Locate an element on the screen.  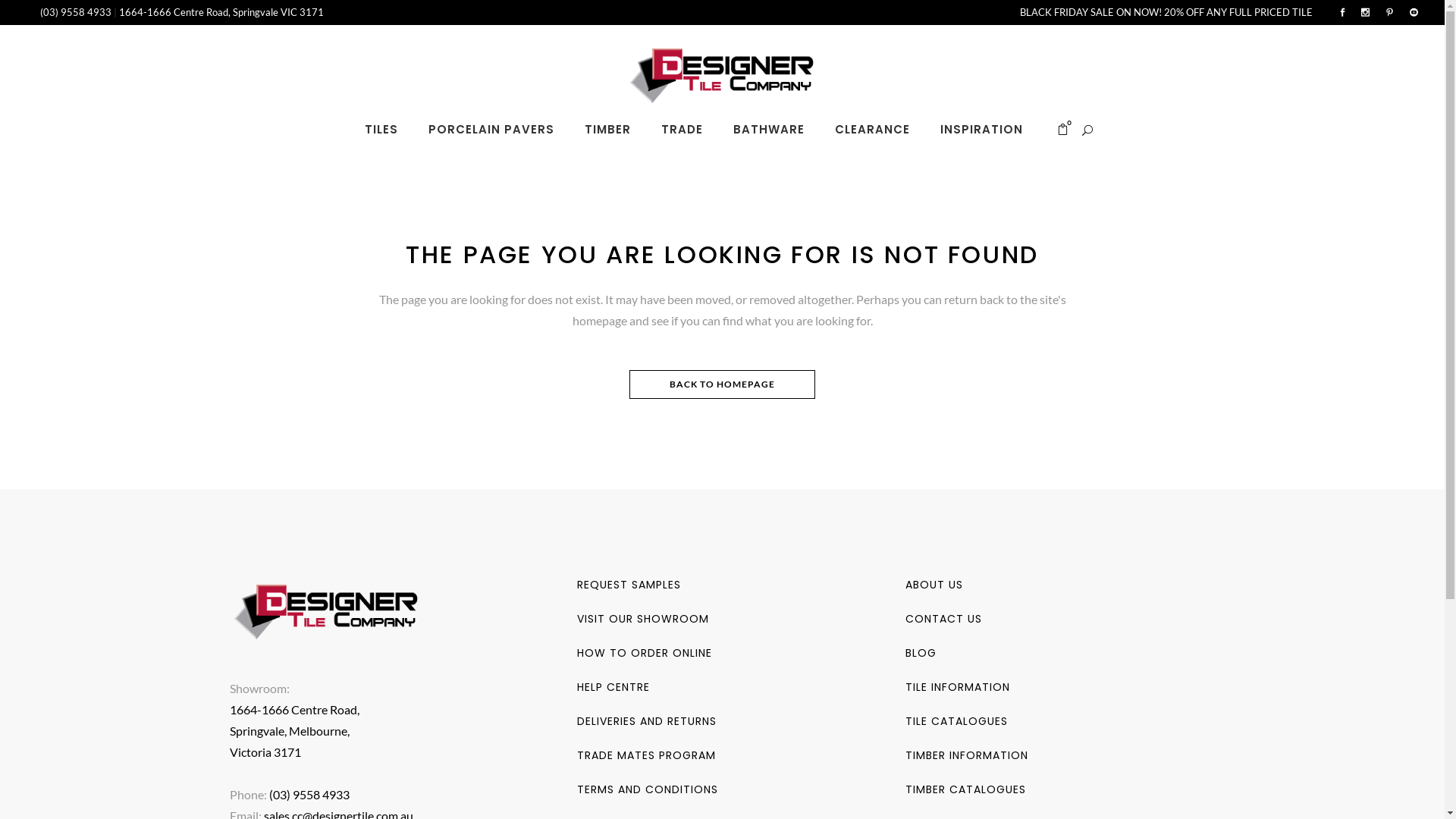
'TILE CATALOGUES' is located at coordinates (955, 720).